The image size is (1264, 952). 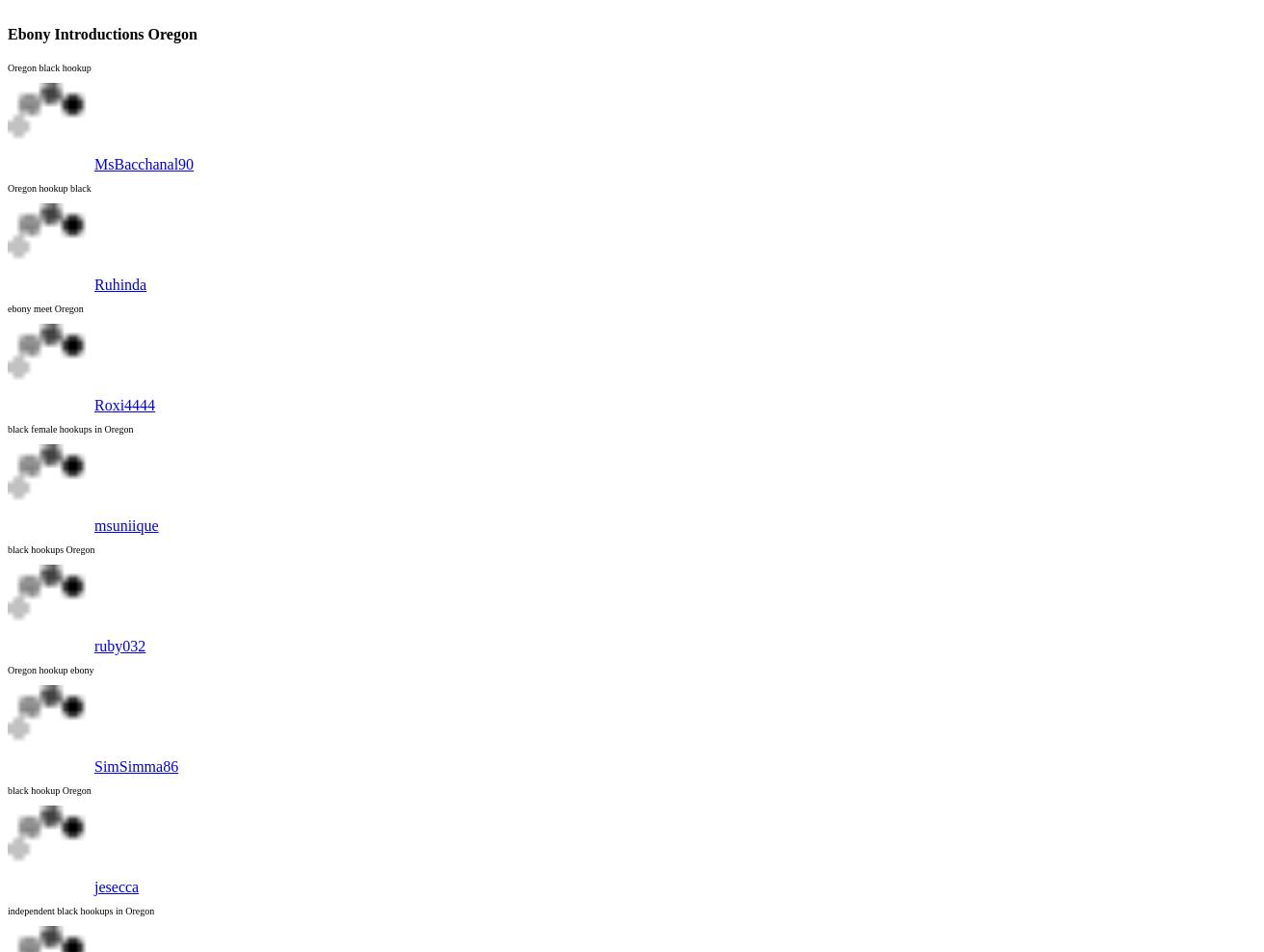 What do you see at coordinates (79, 309) in the screenshot?
I see `'The Dalles'` at bounding box center [79, 309].